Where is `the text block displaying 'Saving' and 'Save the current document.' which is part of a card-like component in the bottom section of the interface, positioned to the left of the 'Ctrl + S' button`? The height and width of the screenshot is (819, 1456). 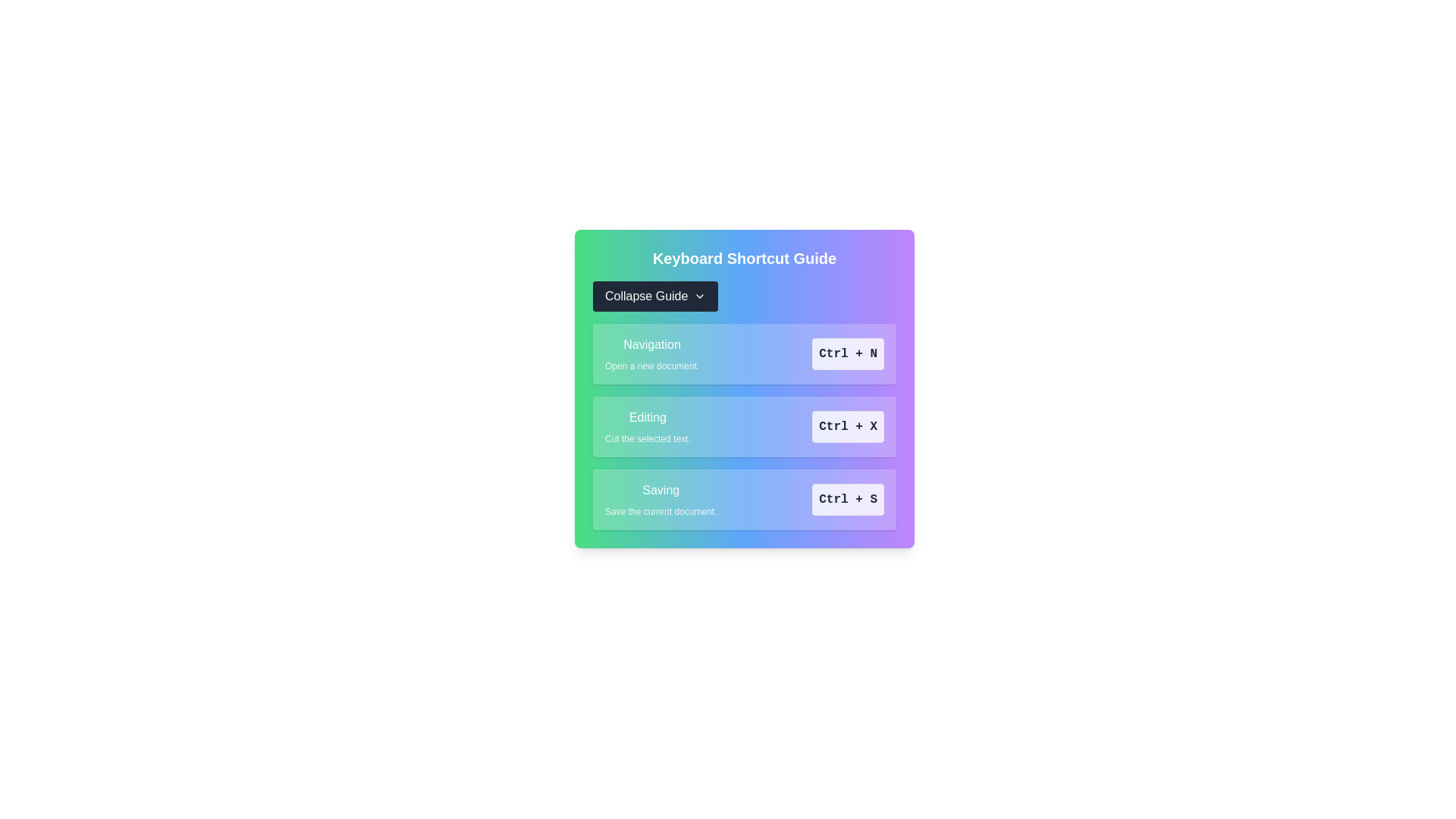 the text block displaying 'Saving' and 'Save the current document.' which is part of a card-like component in the bottom section of the interface, positioned to the left of the 'Ctrl + S' button is located at coordinates (661, 500).